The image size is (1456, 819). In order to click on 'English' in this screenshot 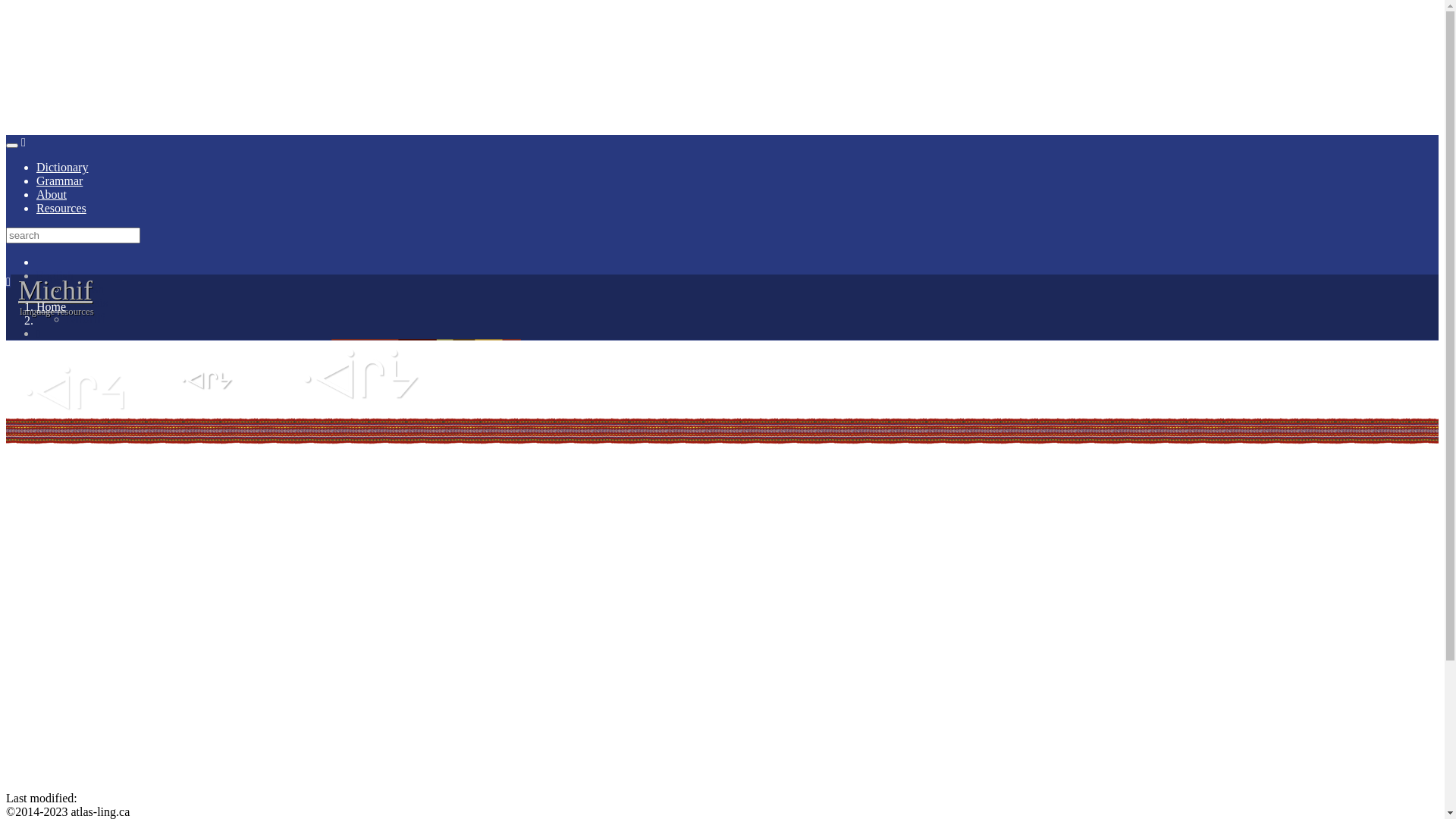, I will do `click(36, 275)`.